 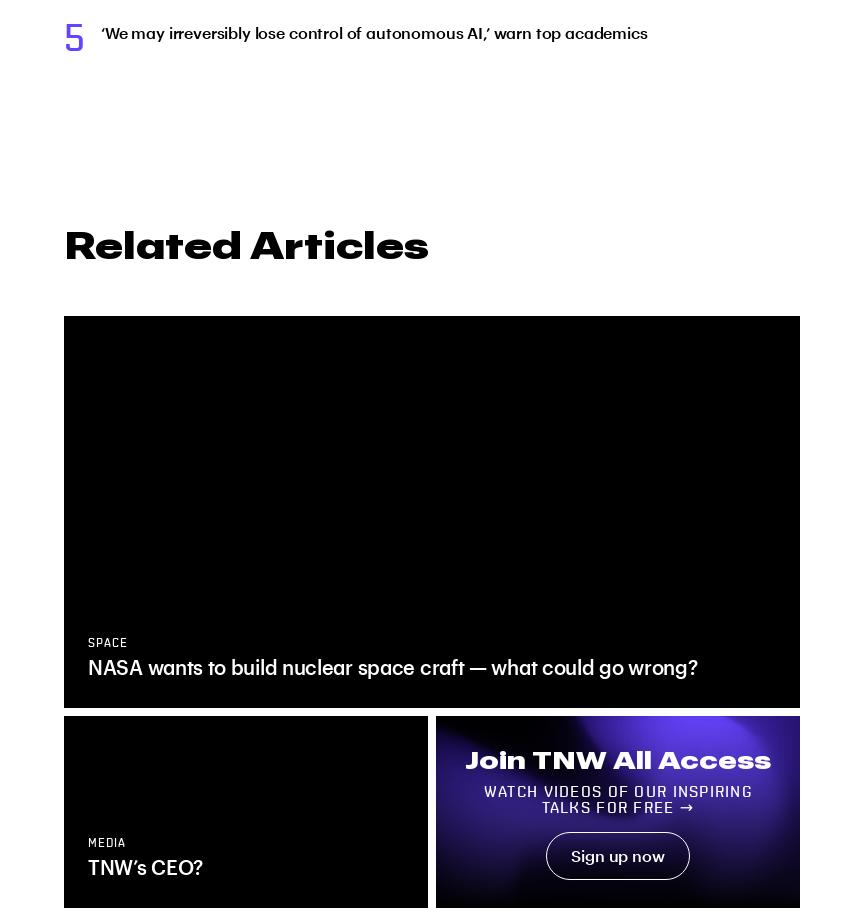 I want to click on 'Watch videos of our inspiring talks for free →', so click(x=616, y=798).